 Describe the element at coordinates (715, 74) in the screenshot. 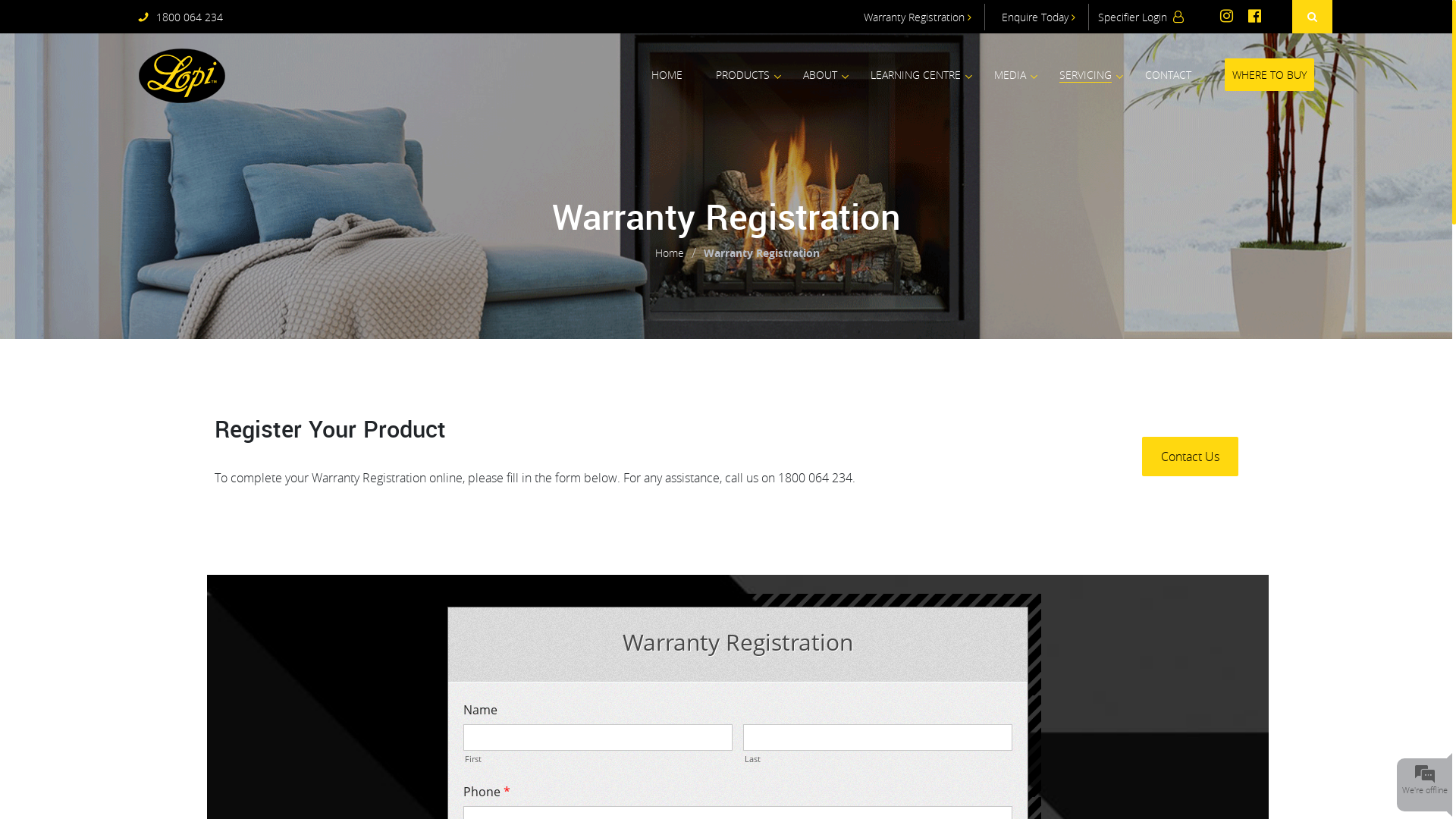

I see `'PRODUCTS'` at that location.